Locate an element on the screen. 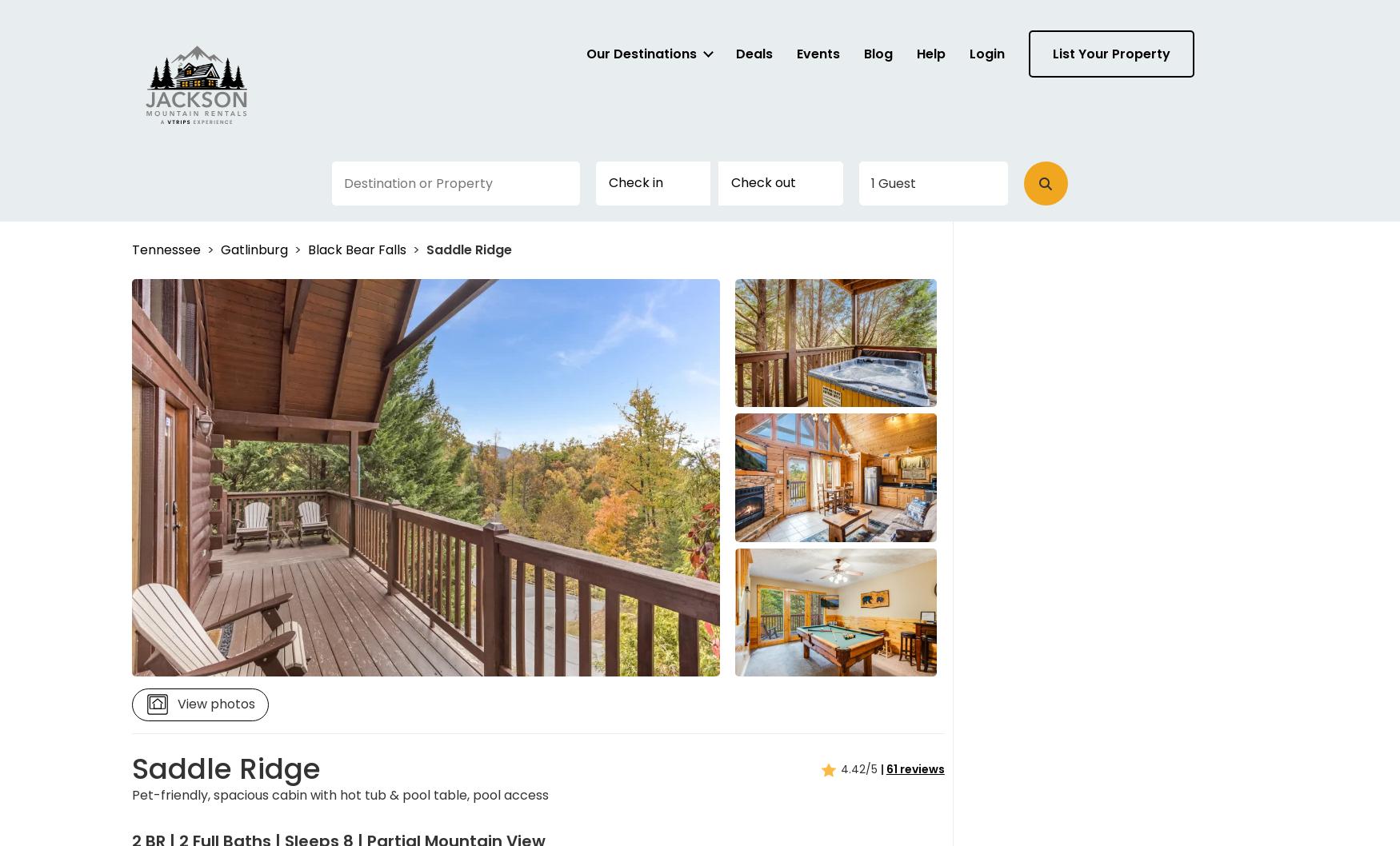 The height and width of the screenshot is (846, 1400). 'Terms of Use' is located at coordinates (694, 306).